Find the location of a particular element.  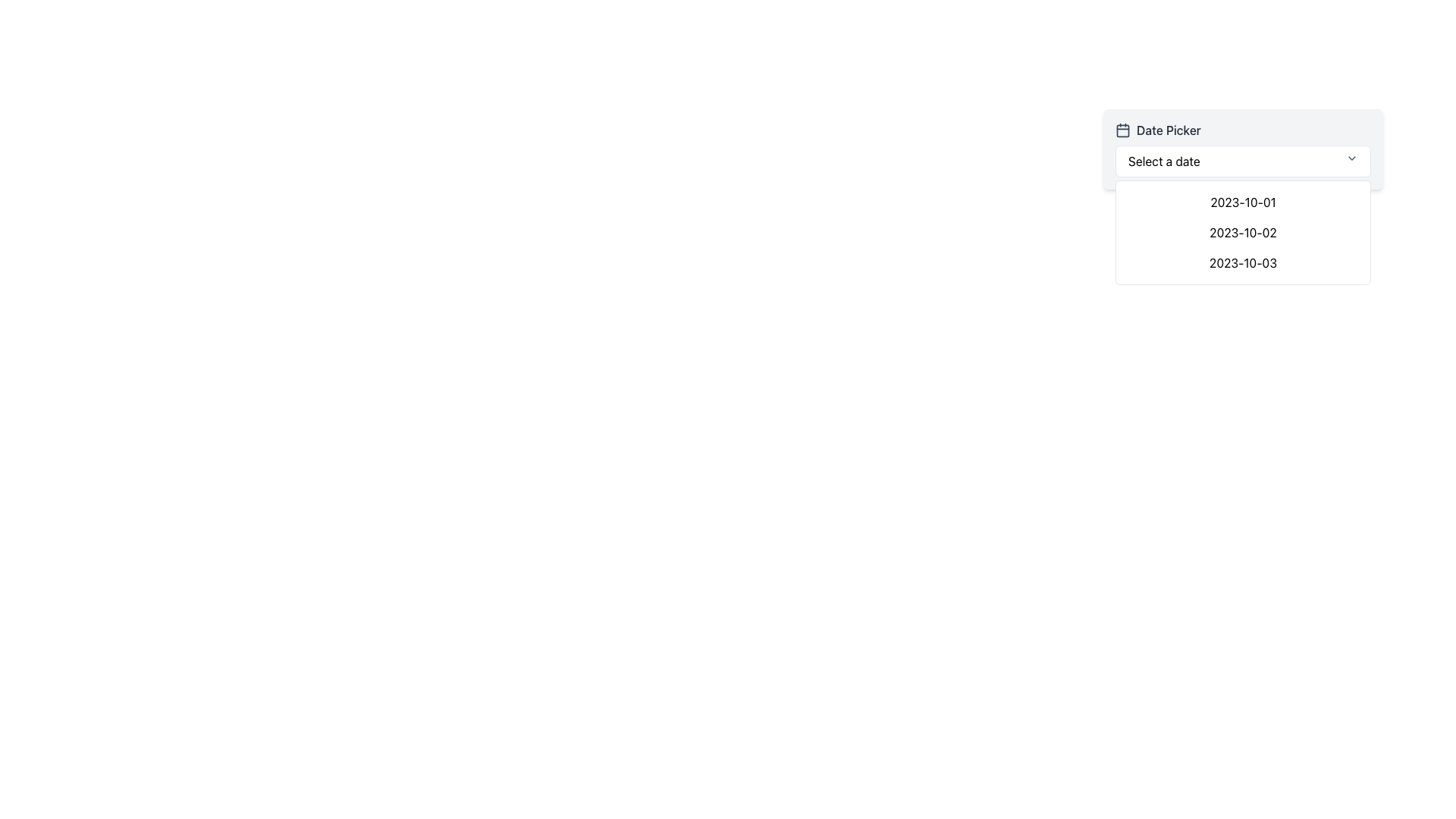

the first date option '2023-10-01' in the dropdown menu is located at coordinates (1243, 201).